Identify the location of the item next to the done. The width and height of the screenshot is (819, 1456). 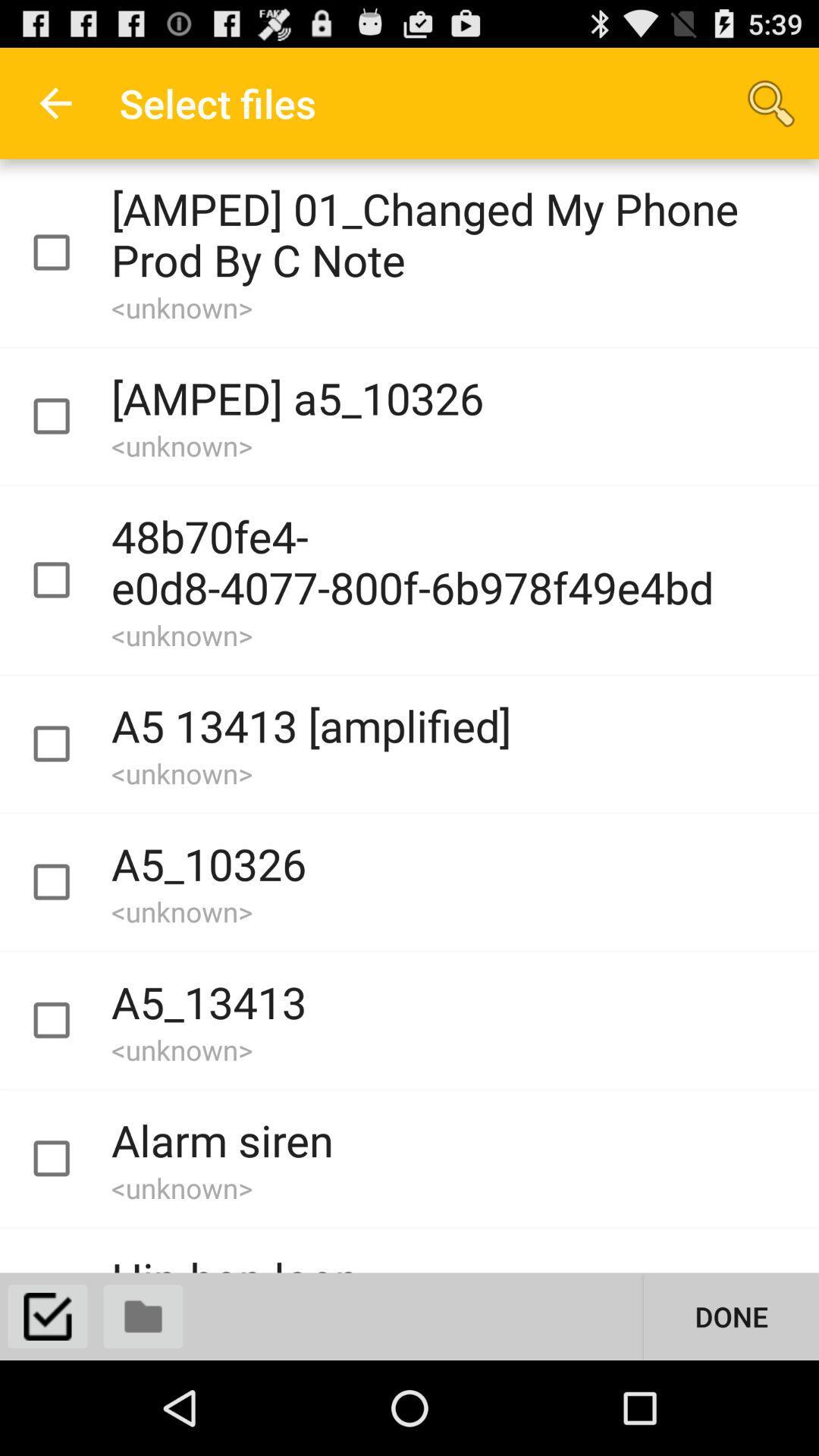
(143, 1316).